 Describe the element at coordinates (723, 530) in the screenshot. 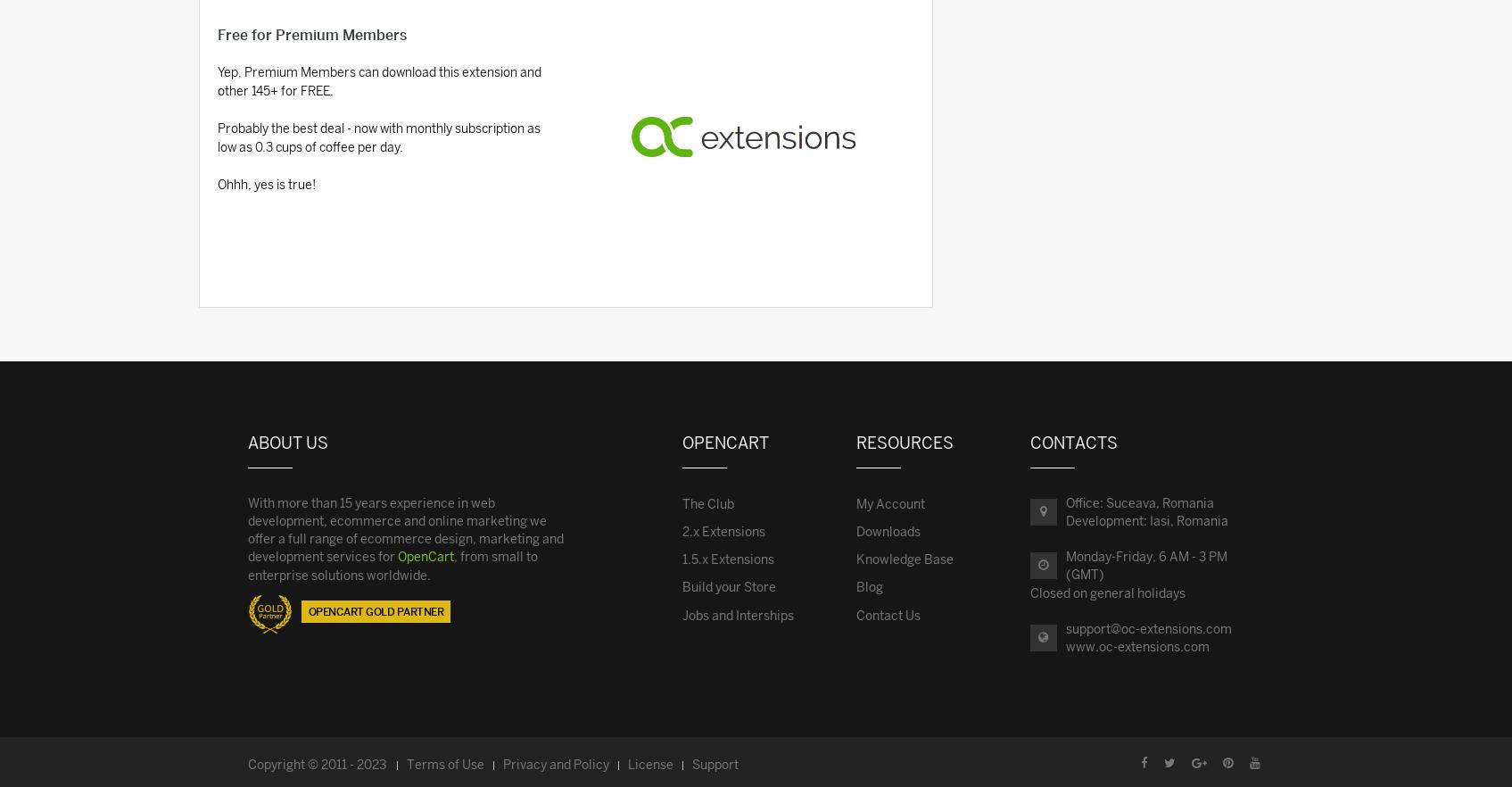

I see `'2.x Extensions'` at that location.